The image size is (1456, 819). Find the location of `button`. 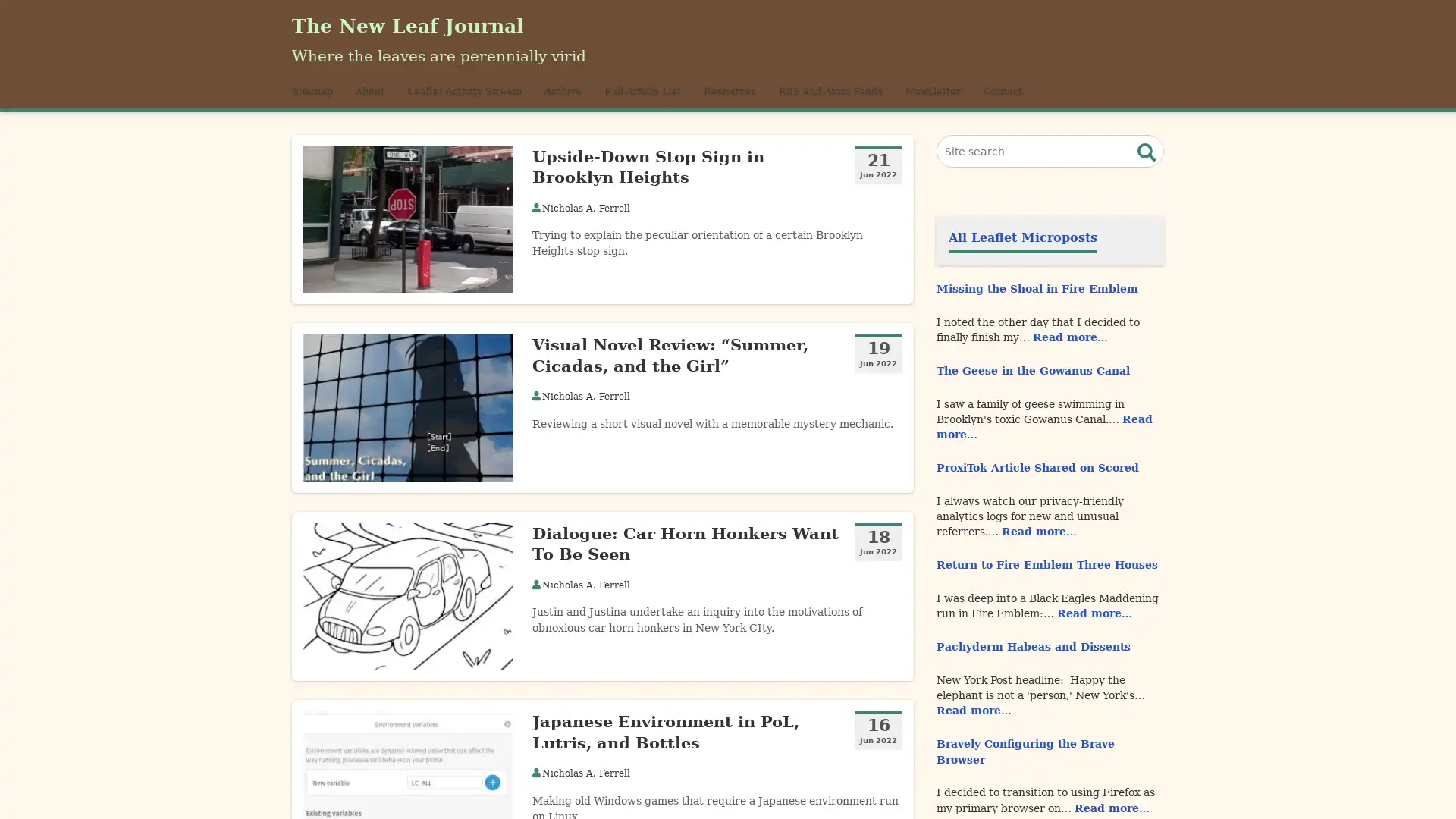

button is located at coordinates (1147, 168).